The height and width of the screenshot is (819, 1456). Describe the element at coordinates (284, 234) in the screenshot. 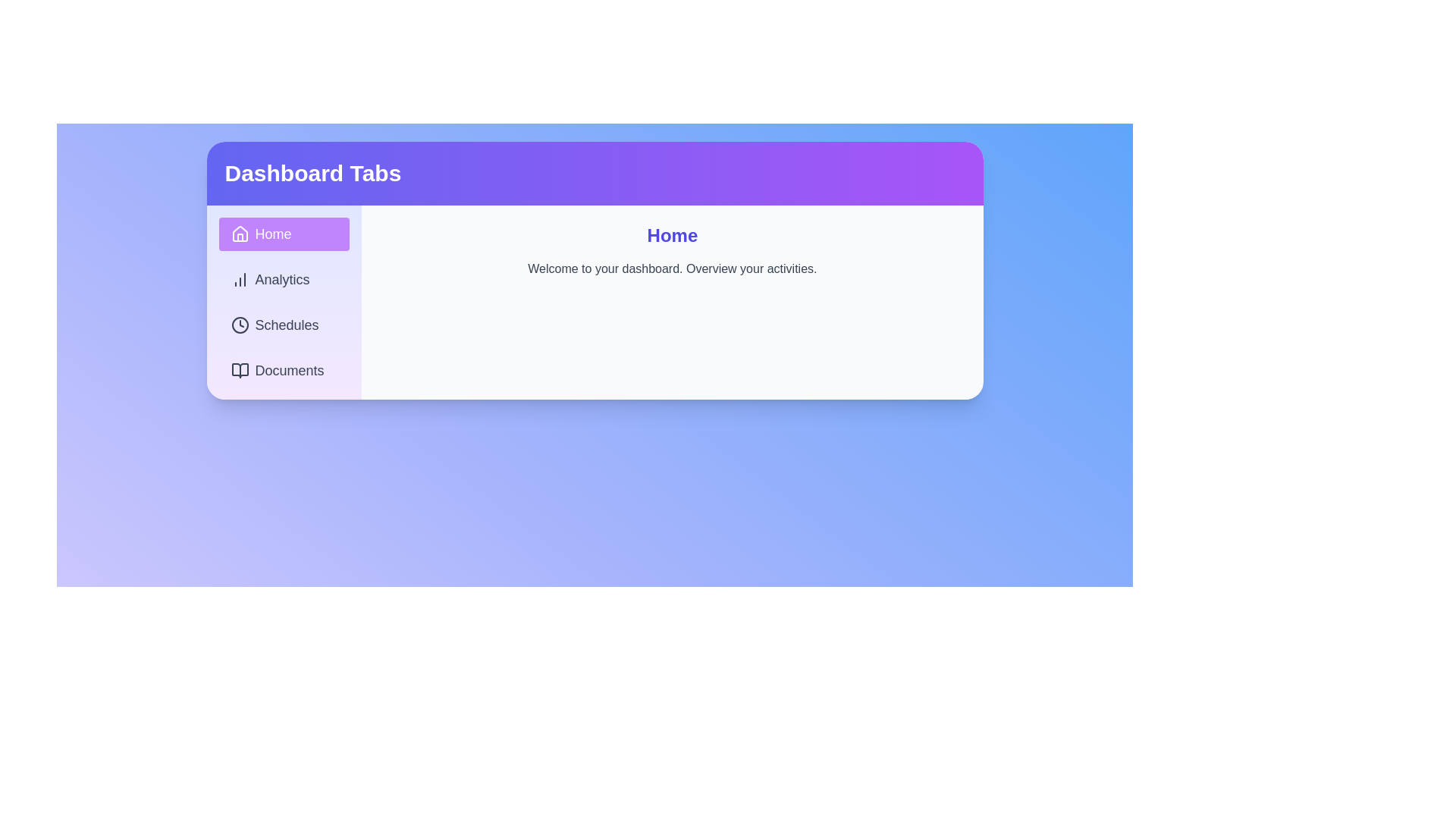

I see `the Home tab by clicking on it` at that location.